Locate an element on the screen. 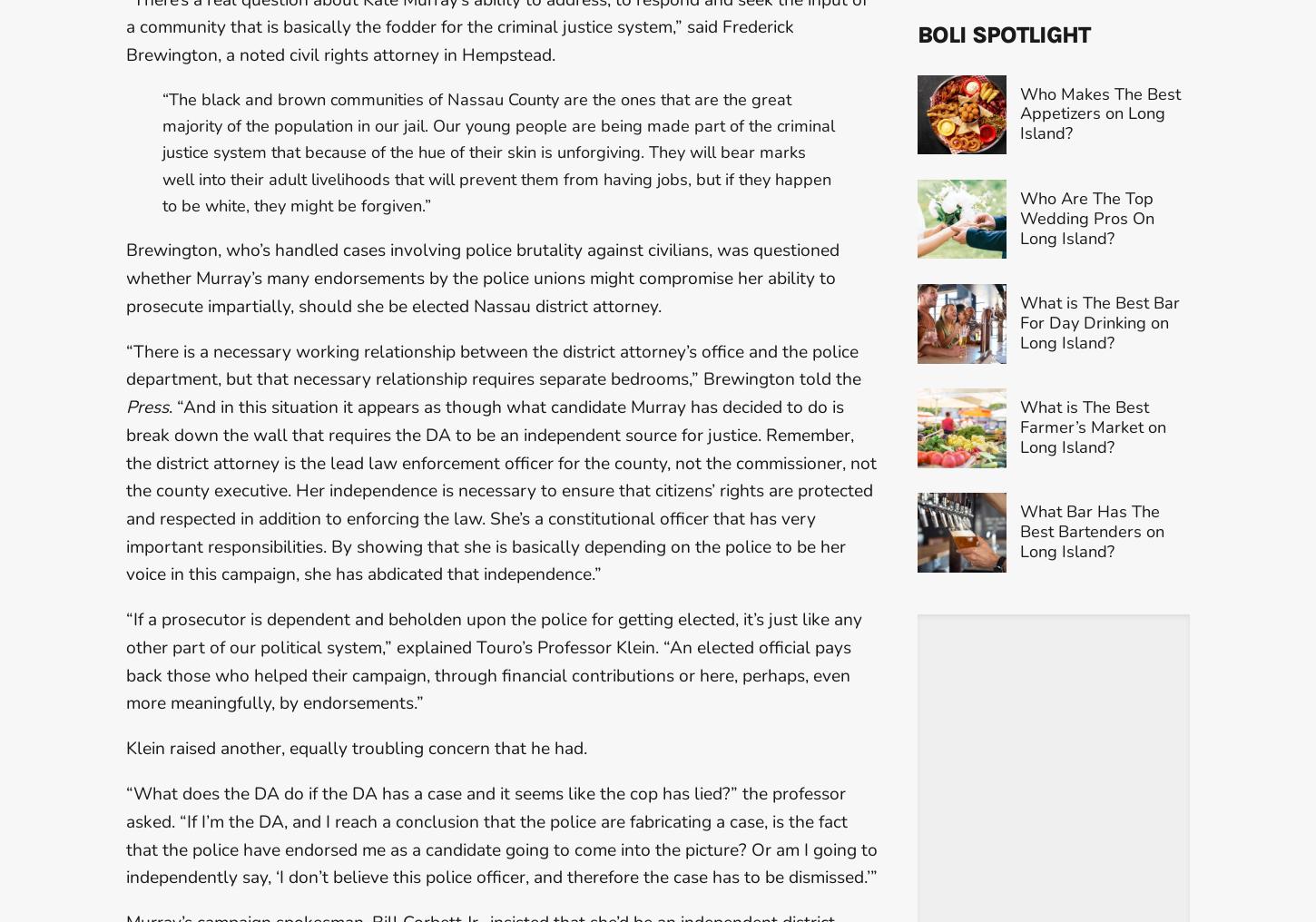  '“If a prosecutor is dependent and beholden upon the police for getting elected, it’s just like any other part of our political system,” explained Touro’s Professor Klein. “An elected official pays back those who helped their campaign, through financial contributions or here, perhaps, even more meaningfully, by endorsements.”' is located at coordinates (494, 661).